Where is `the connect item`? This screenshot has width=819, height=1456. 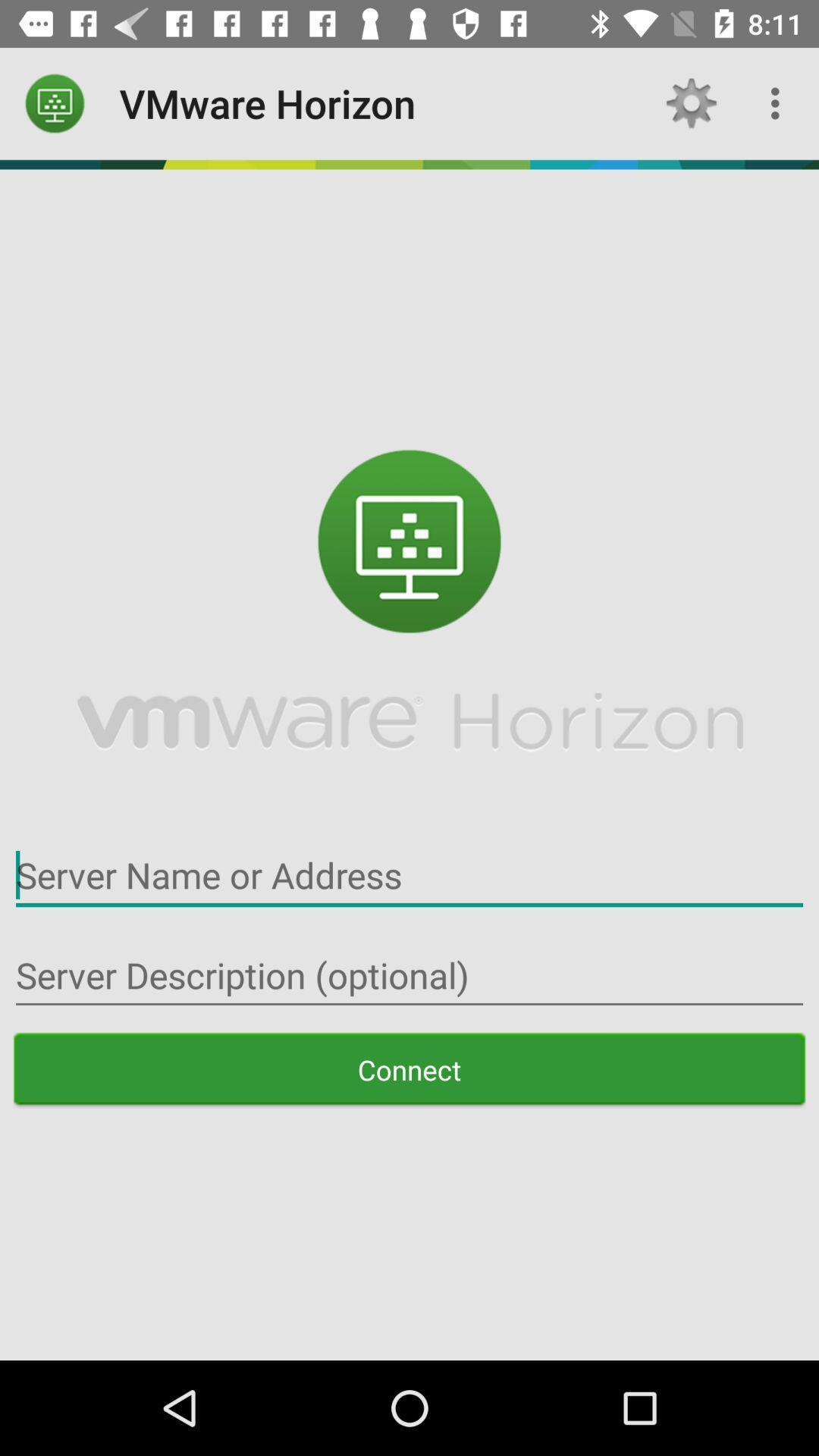
the connect item is located at coordinates (409, 1068).